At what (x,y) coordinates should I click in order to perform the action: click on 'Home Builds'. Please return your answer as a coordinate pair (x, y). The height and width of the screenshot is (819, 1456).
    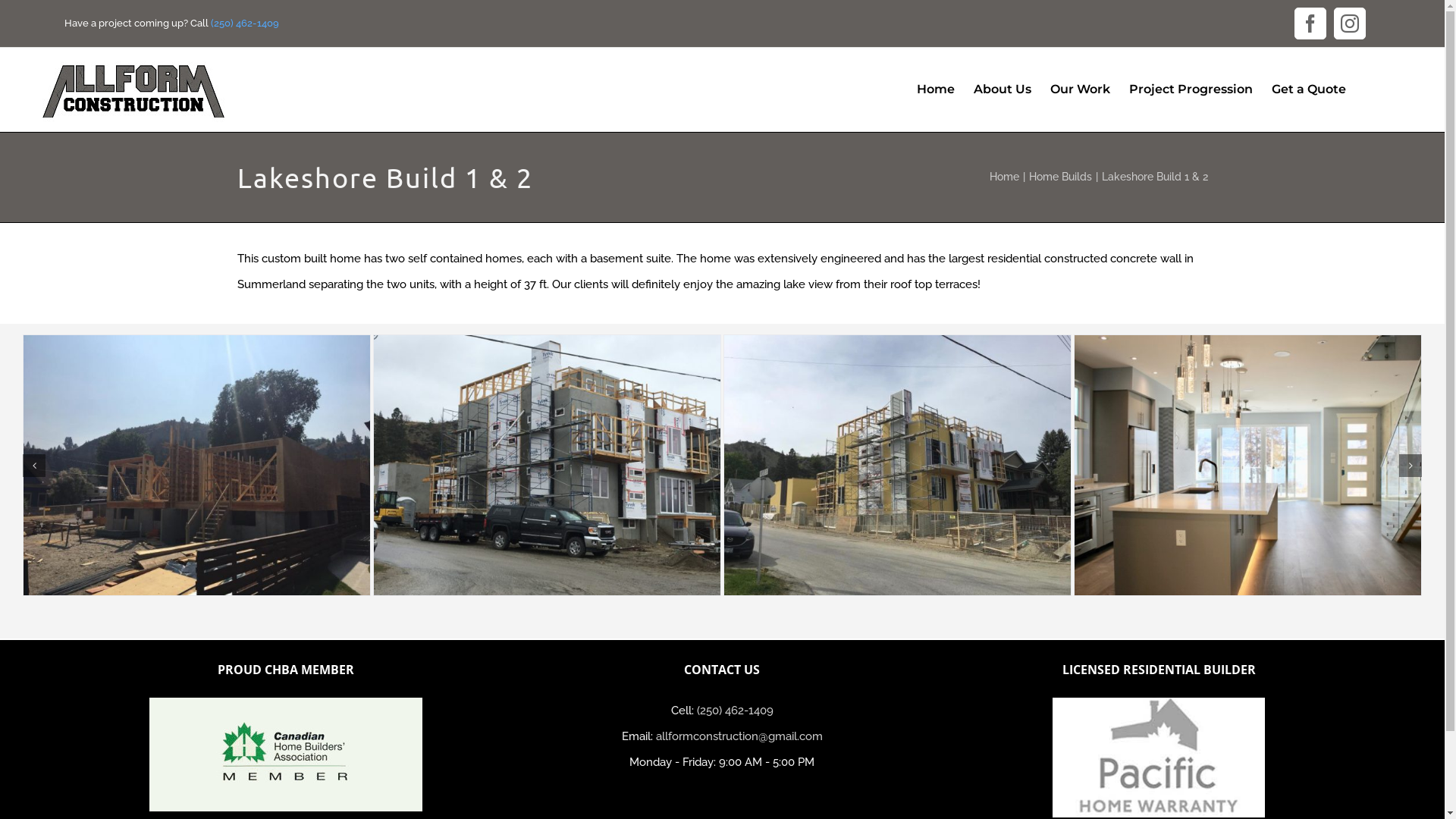
    Looking at the image, I should click on (1059, 175).